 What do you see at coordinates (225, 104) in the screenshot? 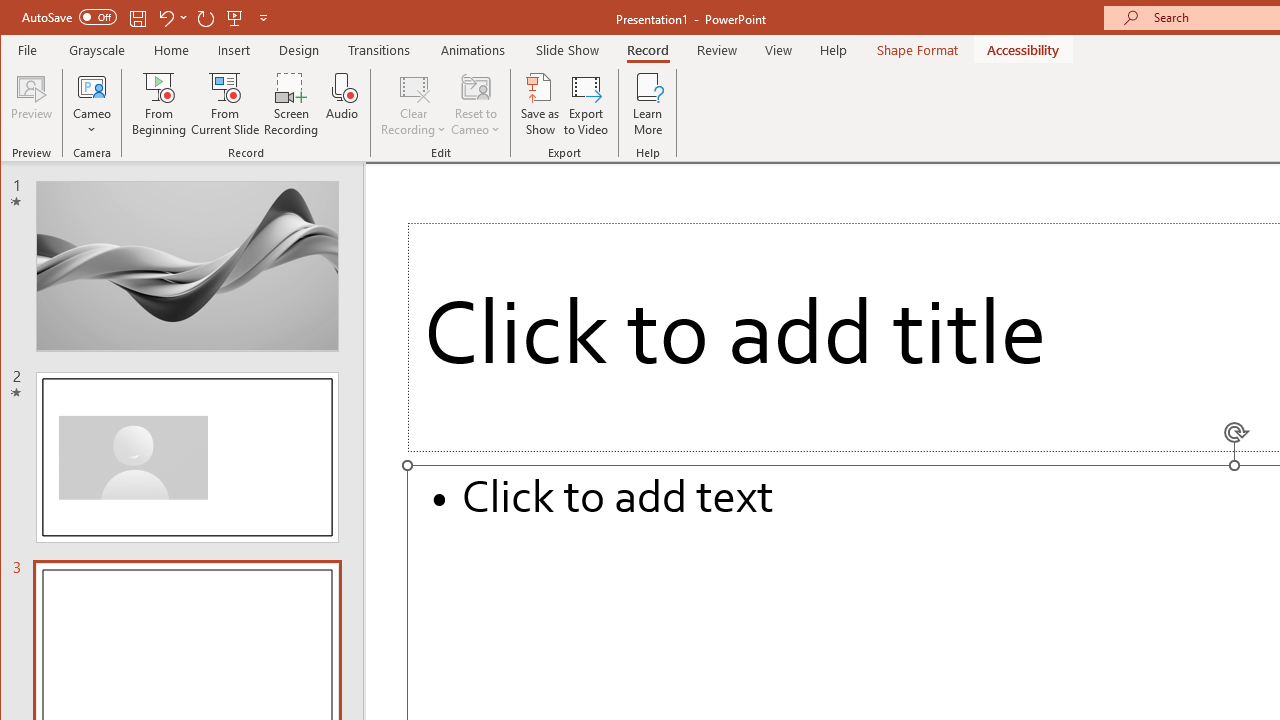
I see `'From Current Slide...'` at bounding box center [225, 104].